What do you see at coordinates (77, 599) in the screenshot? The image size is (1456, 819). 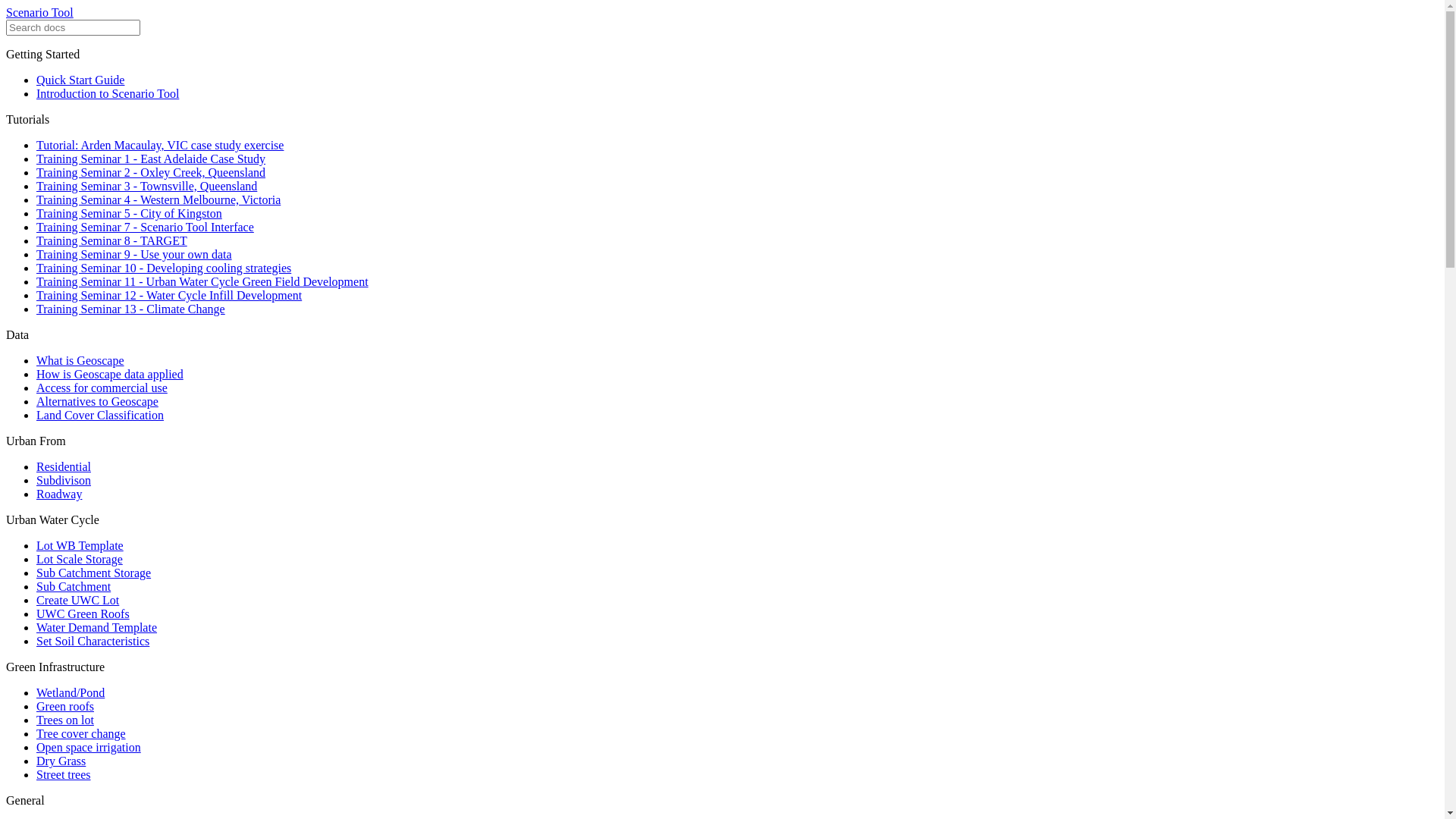 I see `'Create UWC Lot'` at bounding box center [77, 599].